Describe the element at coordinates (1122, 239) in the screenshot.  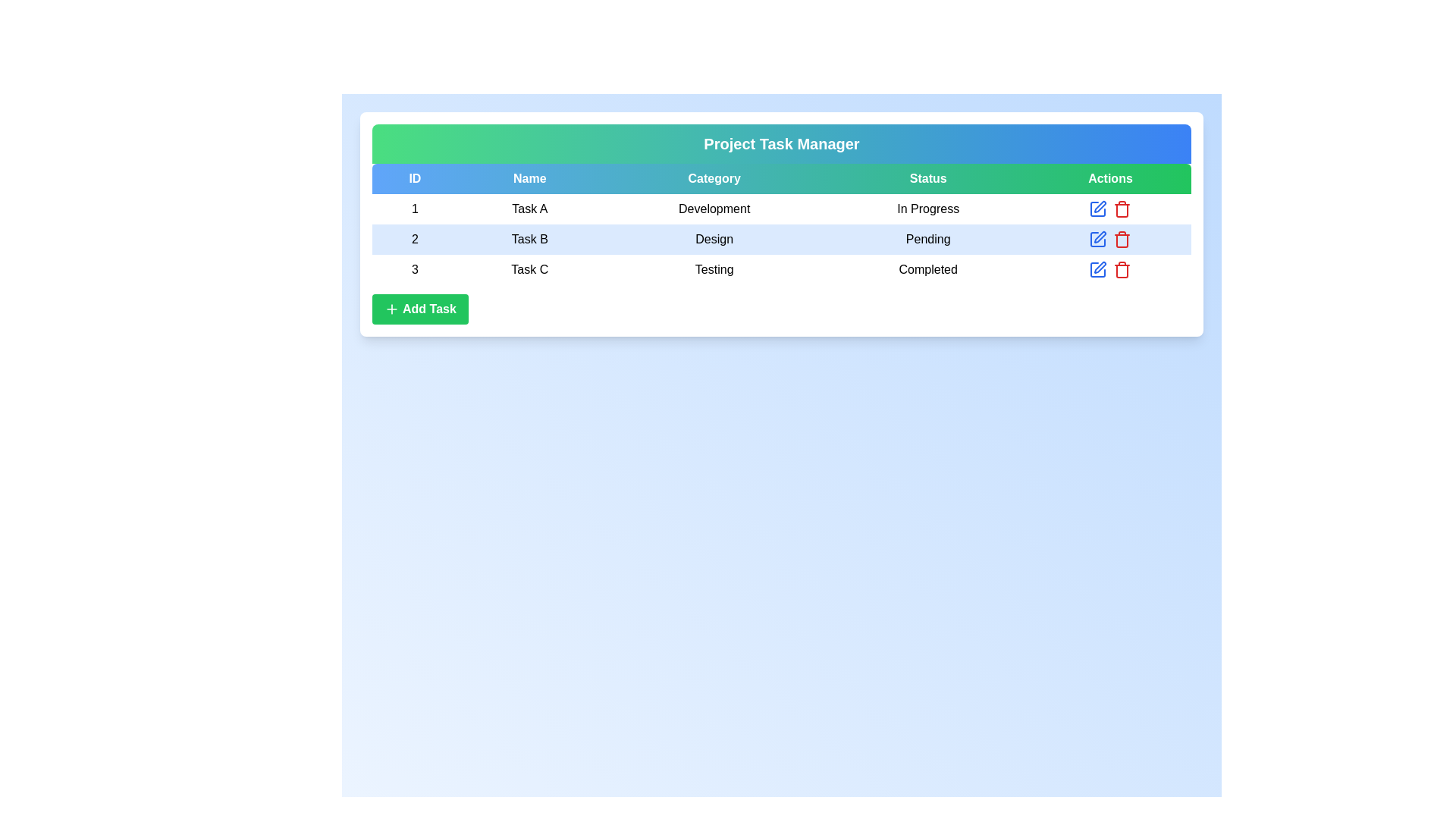
I see `the delete icon for the task with ID 2` at that location.